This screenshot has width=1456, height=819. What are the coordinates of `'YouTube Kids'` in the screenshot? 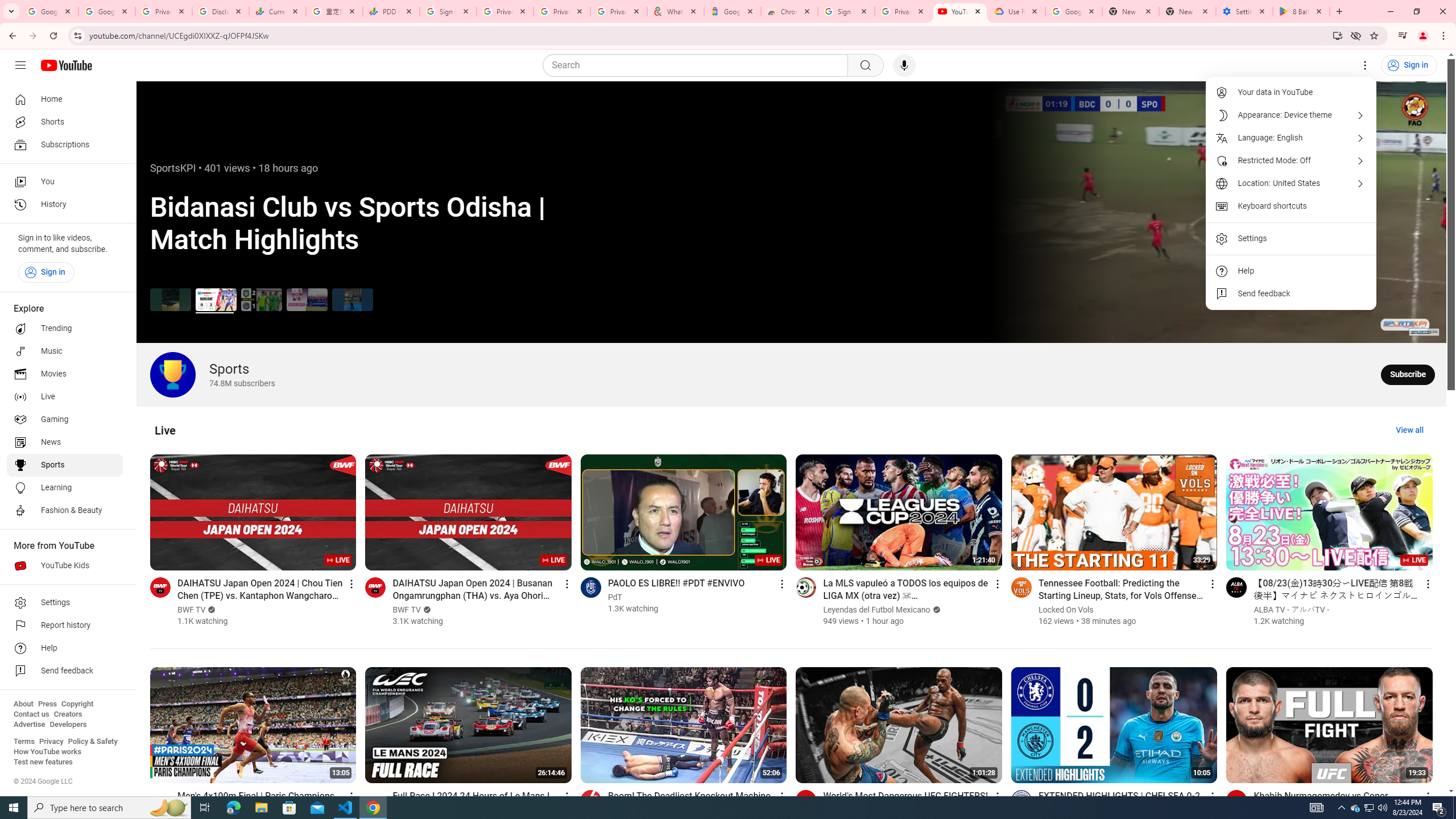 It's located at (64, 566).